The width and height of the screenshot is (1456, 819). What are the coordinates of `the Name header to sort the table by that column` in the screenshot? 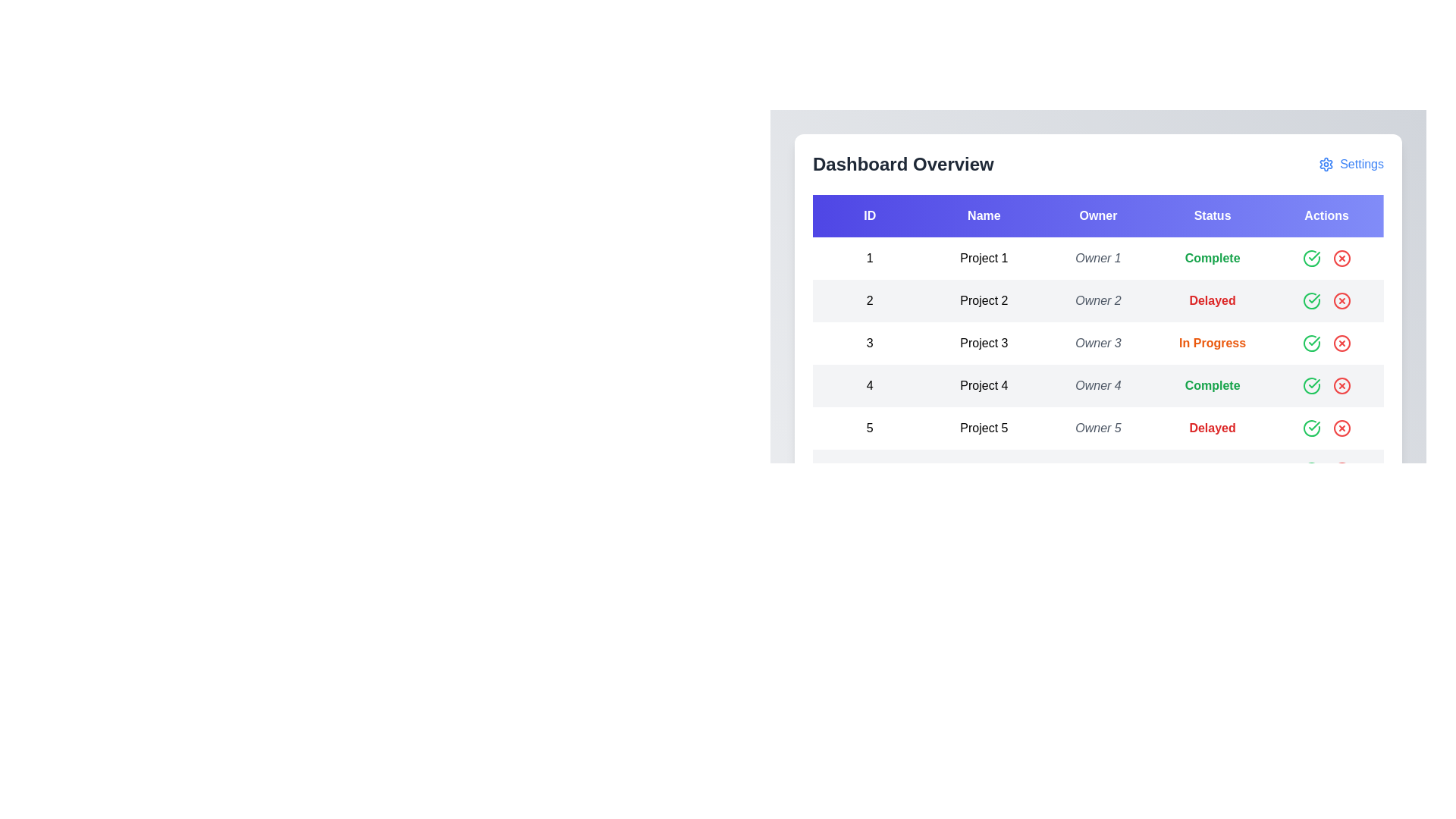 It's located at (984, 216).